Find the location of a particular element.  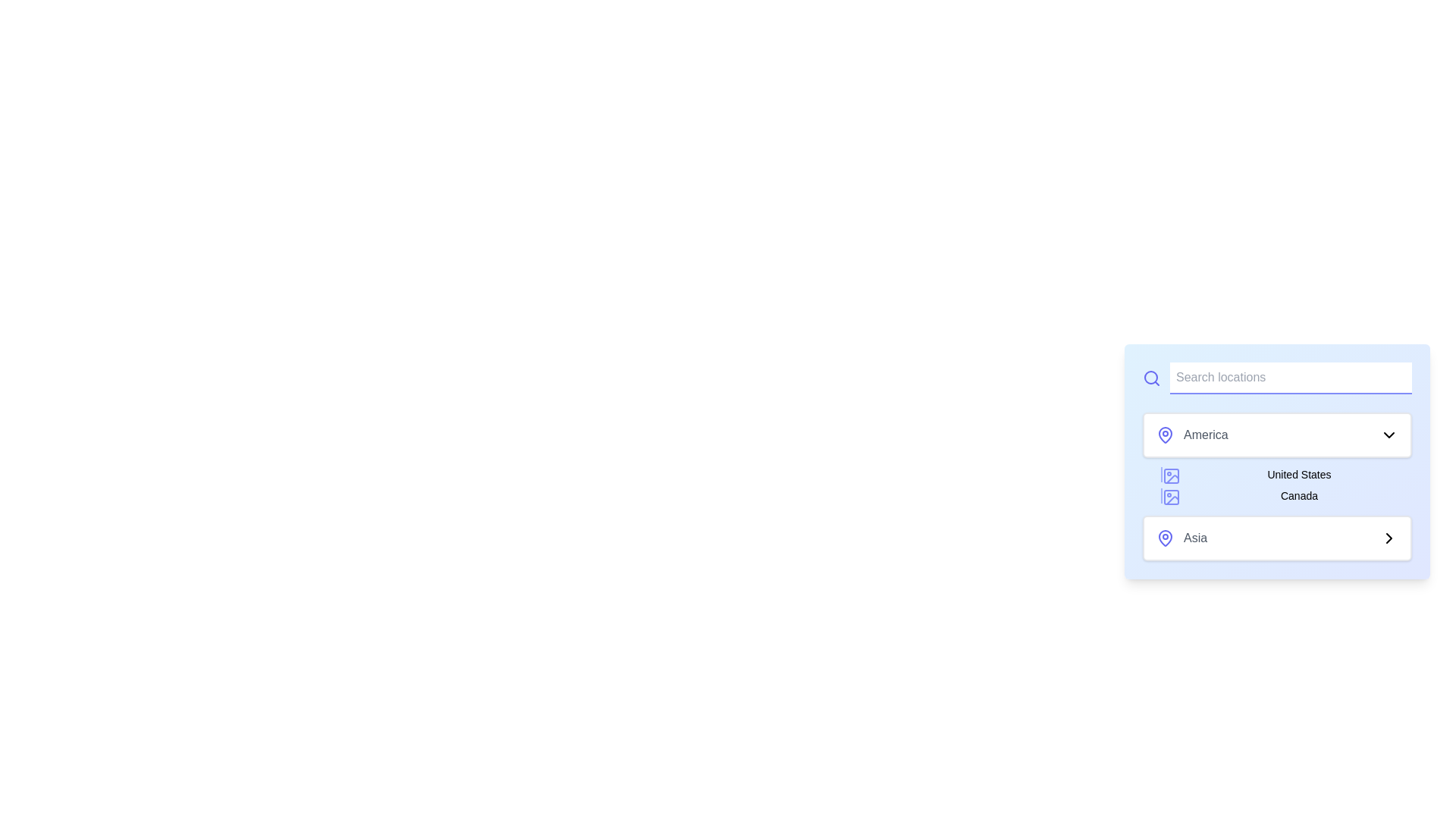

the icon representing the 'United States' text entry, which is positioned to the left of the text within a list item under the 'America' category is located at coordinates (1171, 475).